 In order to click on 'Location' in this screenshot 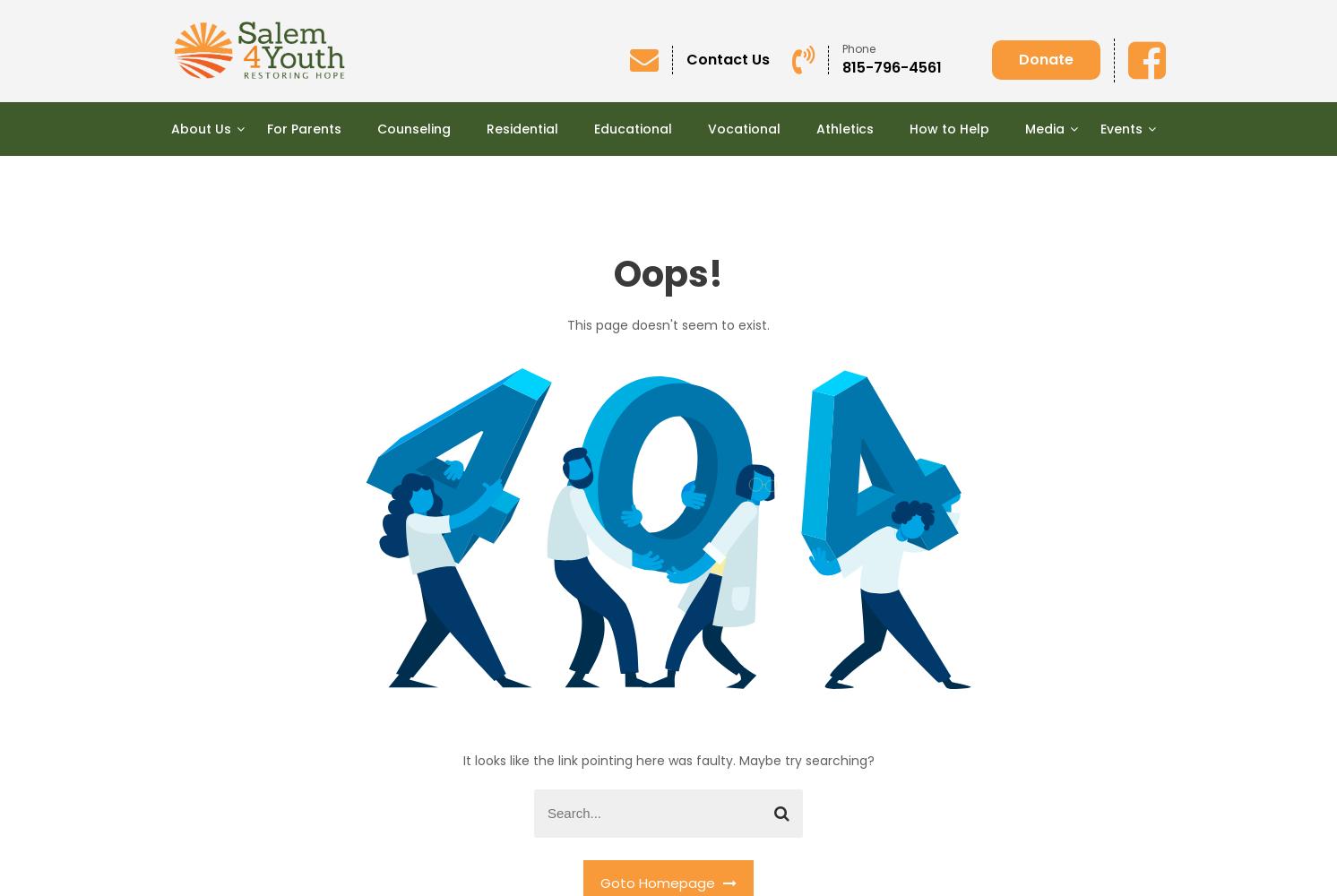, I will do `click(218, 256)`.